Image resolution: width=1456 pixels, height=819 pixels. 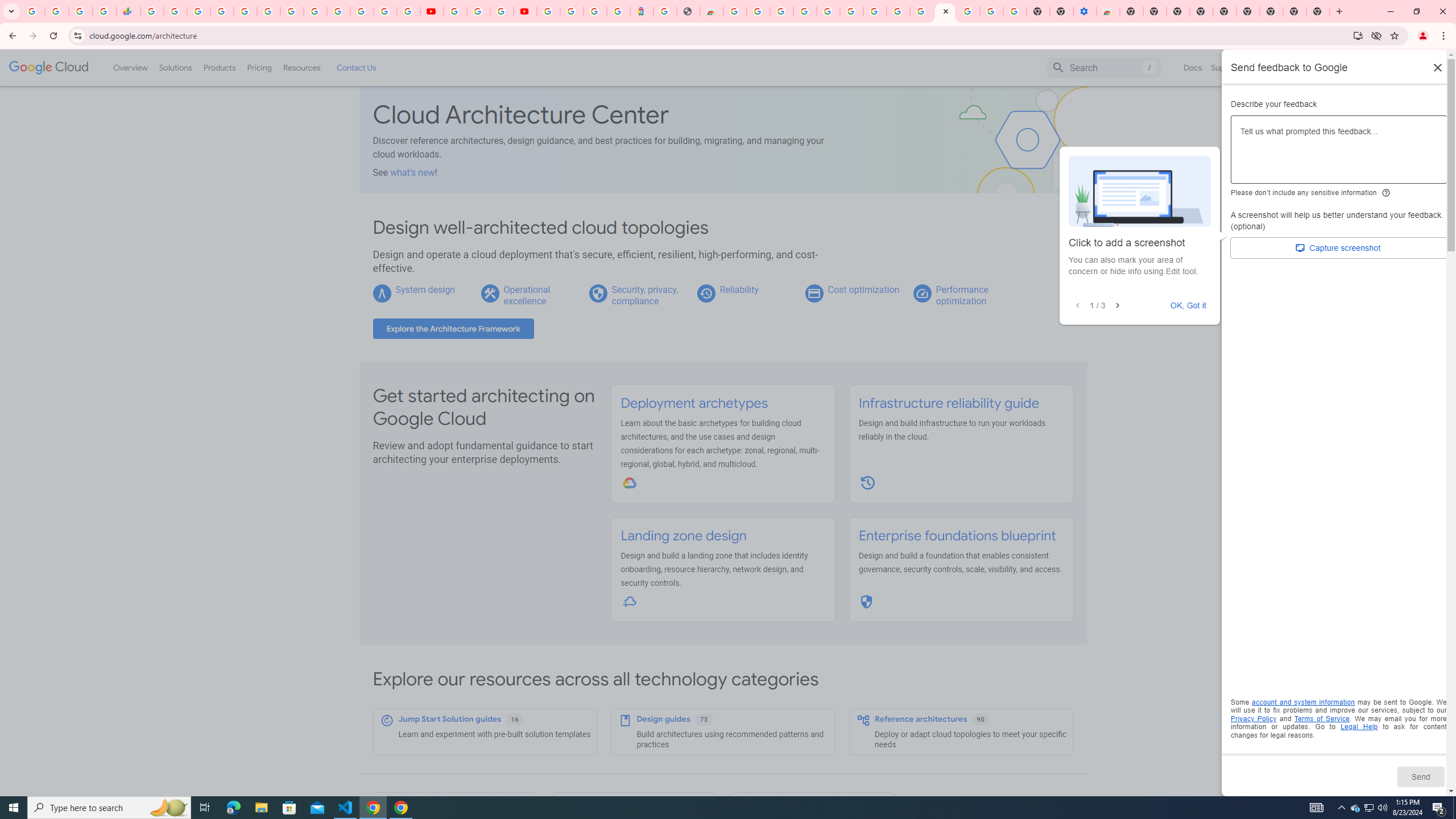 I want to click on 'YouTube', so click(x=454, y=11).